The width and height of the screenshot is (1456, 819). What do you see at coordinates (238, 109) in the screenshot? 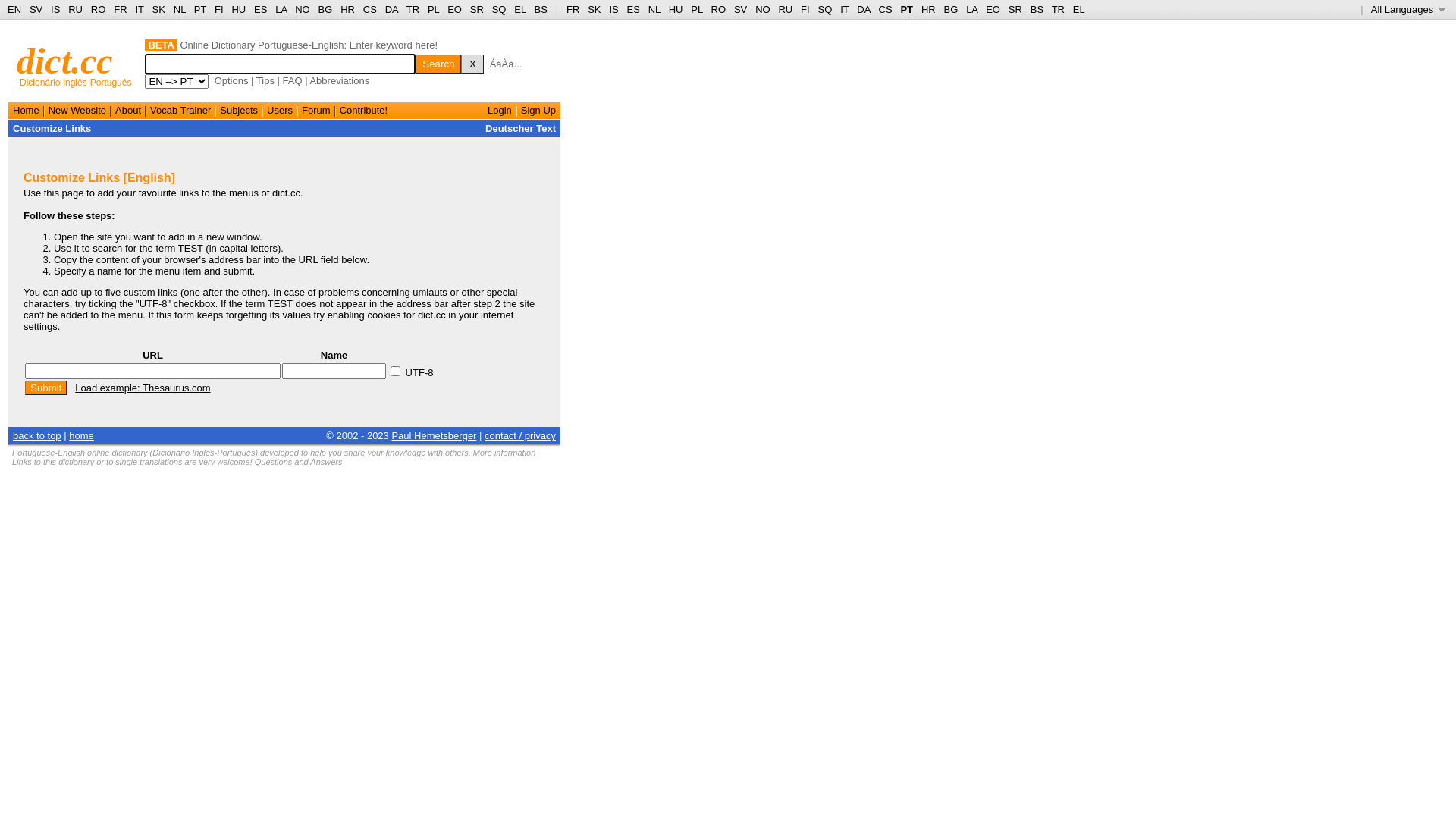
I see `'Subjects'` at bounding box center [238, 109].